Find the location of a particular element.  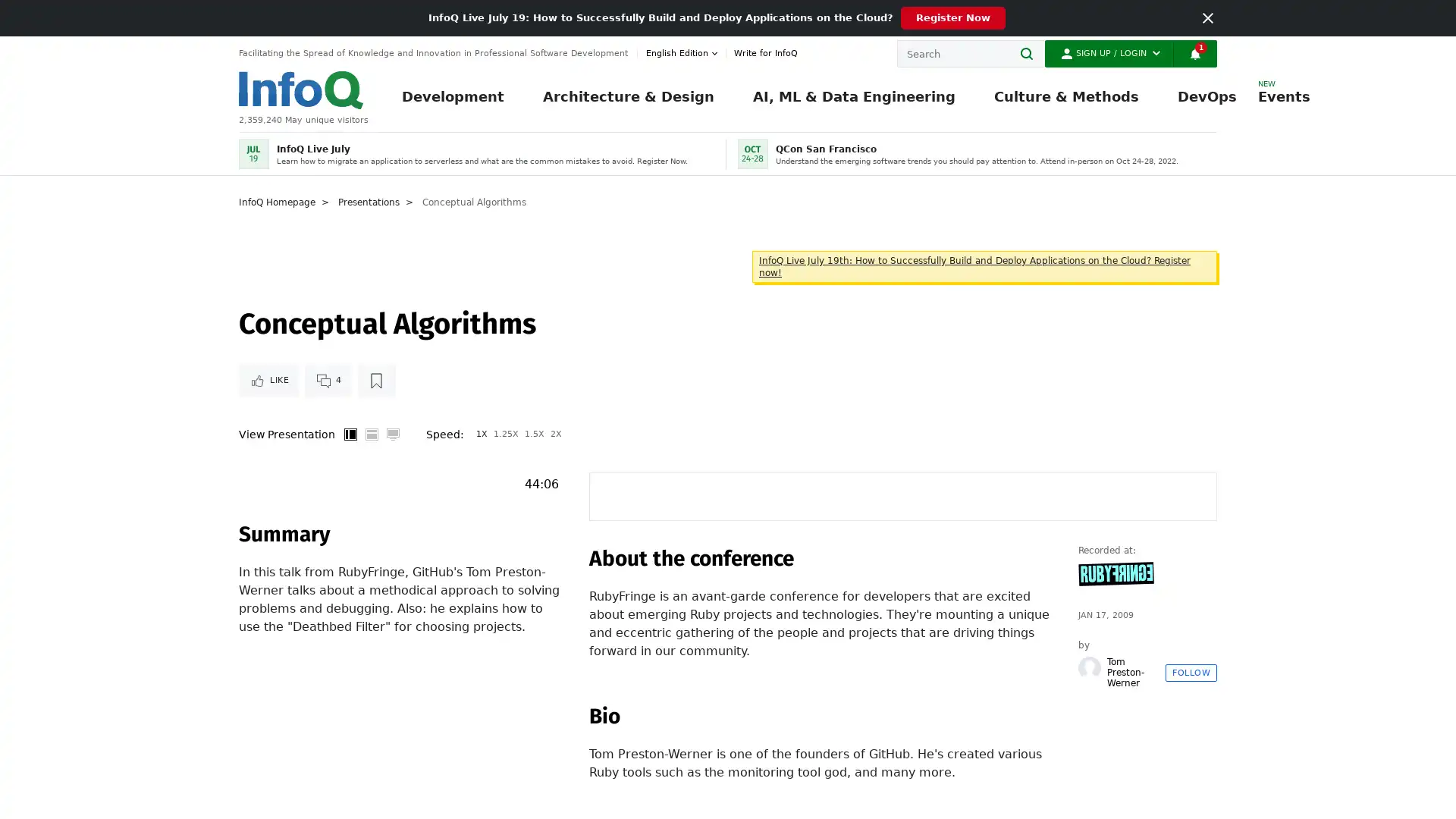

1x is located at coordinates (481, 435).